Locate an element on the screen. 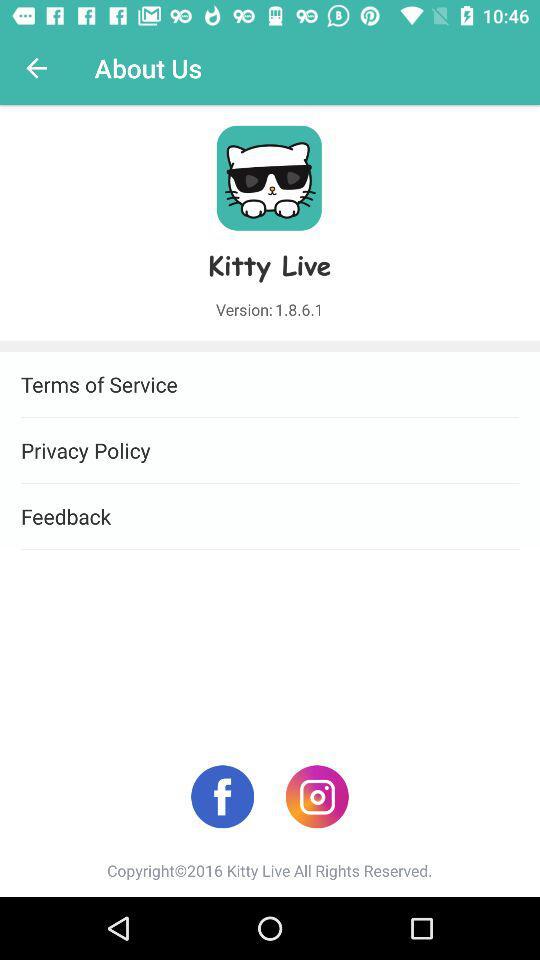  share to facebook is located at coordinates (221, 796).